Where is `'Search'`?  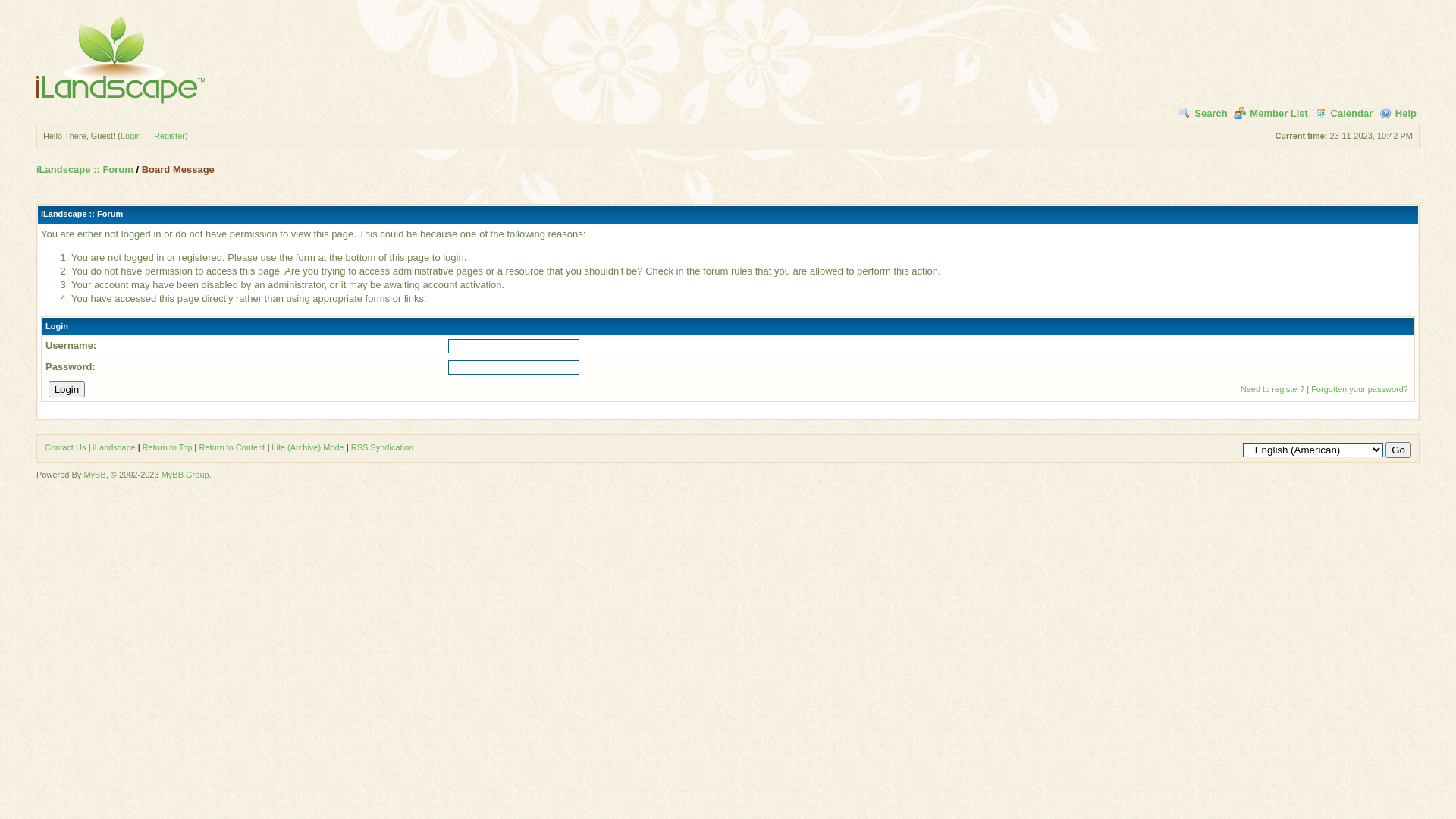
'Search' is located at coordinates (1178, 112).